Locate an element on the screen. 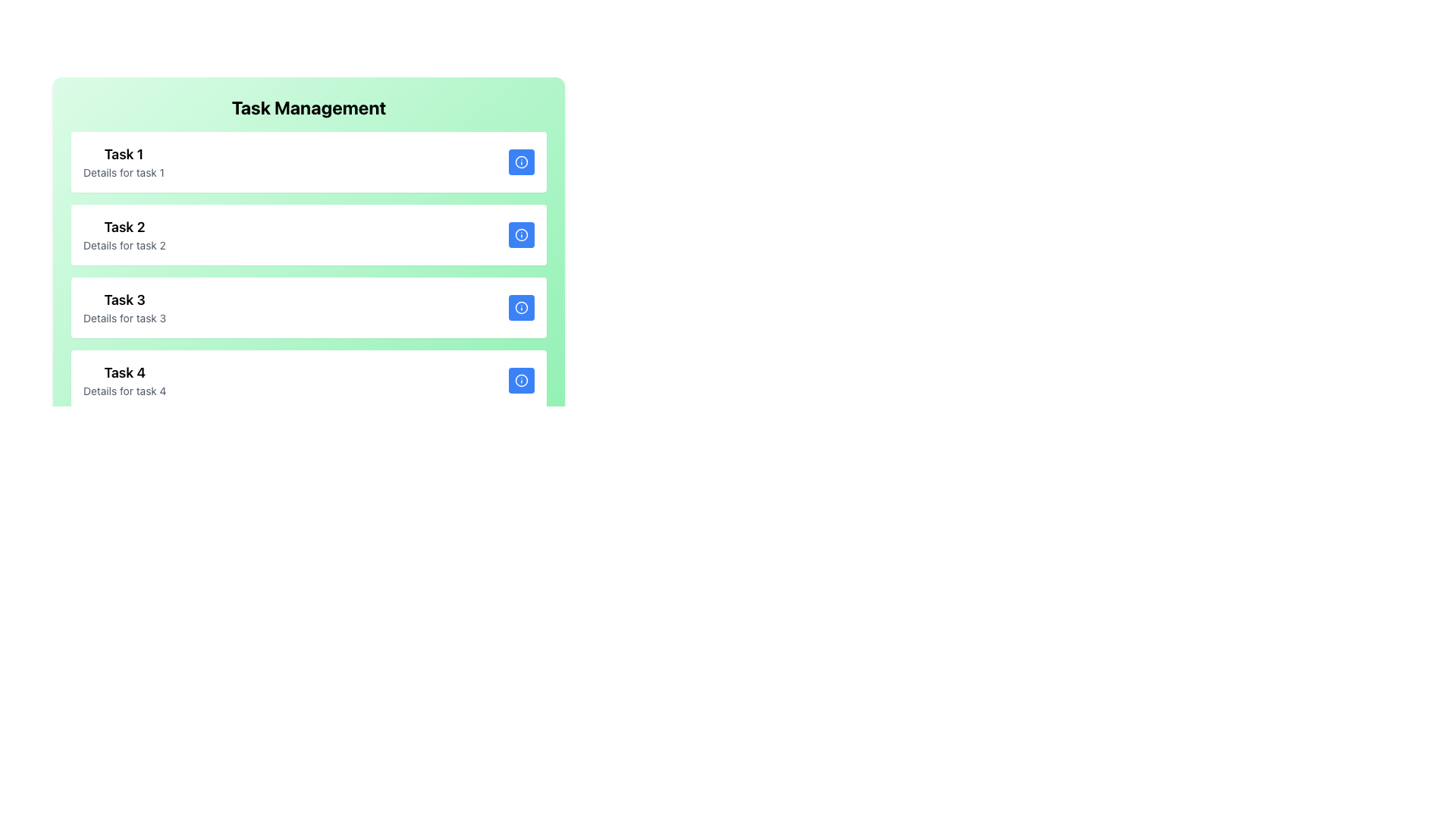 The image size is (1456, 819). the circular blue icon located on the right side of the entry for 'Task 3' in the task list is located at coordinates (521, 307).